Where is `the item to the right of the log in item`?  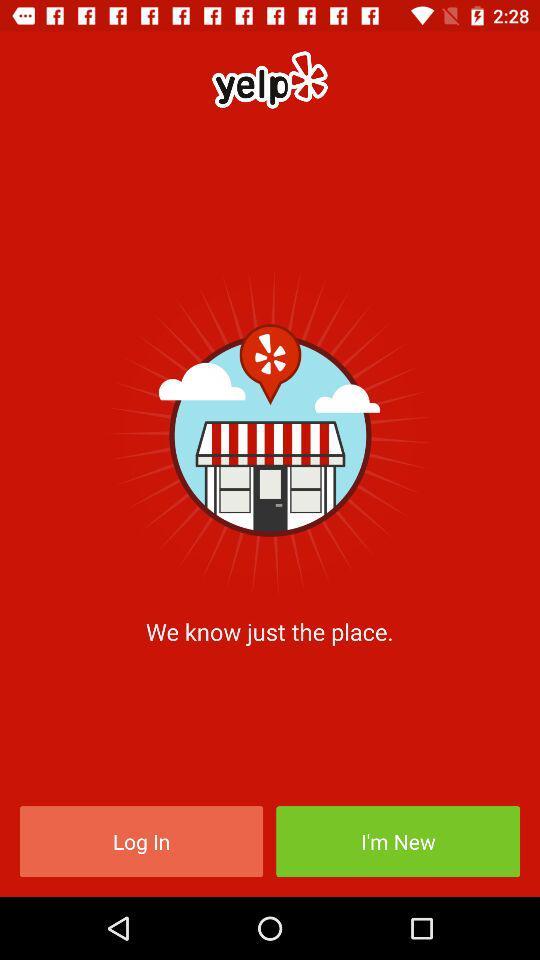 the item to the right of the log in item is located at coordinates (398, 840).